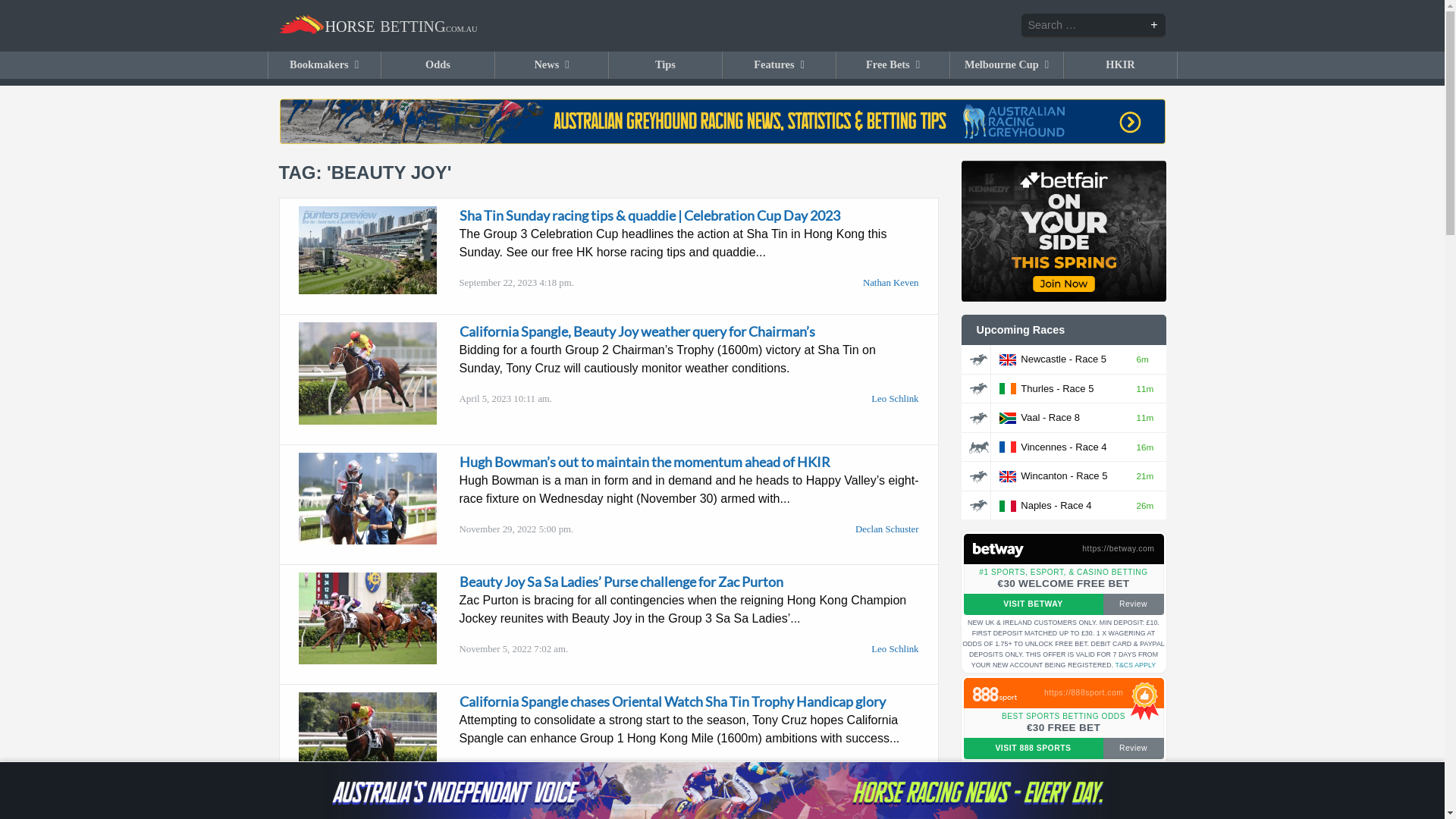 The height and width of the screenshot is (819, 1456). Describe the element at coordinates (893, 64) in the screenshot. I see `'Free Bets'` at that location.